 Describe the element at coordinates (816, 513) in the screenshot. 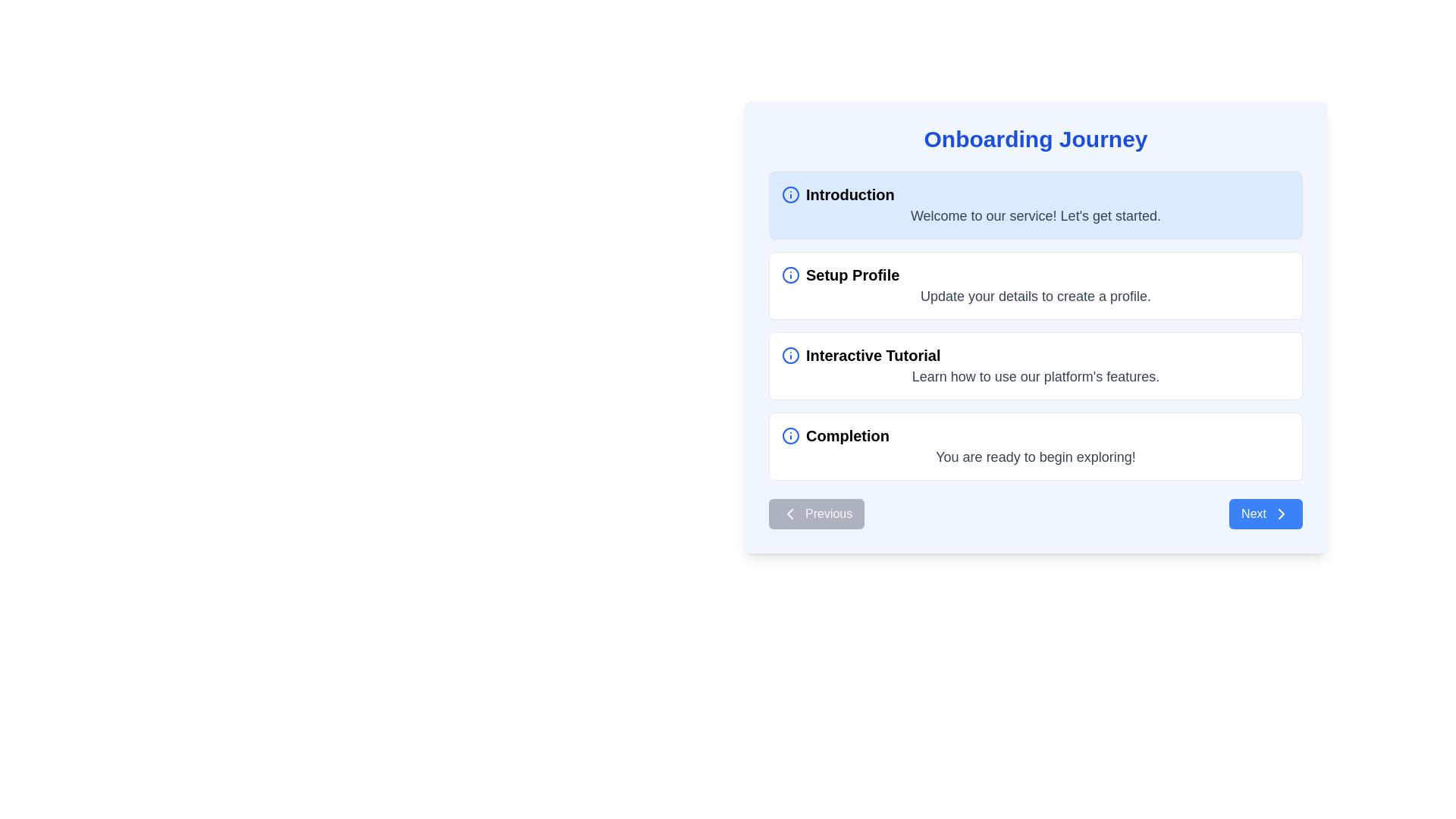

I see `the button located at the bottom-left side of the onboarding card, which allows users to navigate to the previous step in the interface` at that location.